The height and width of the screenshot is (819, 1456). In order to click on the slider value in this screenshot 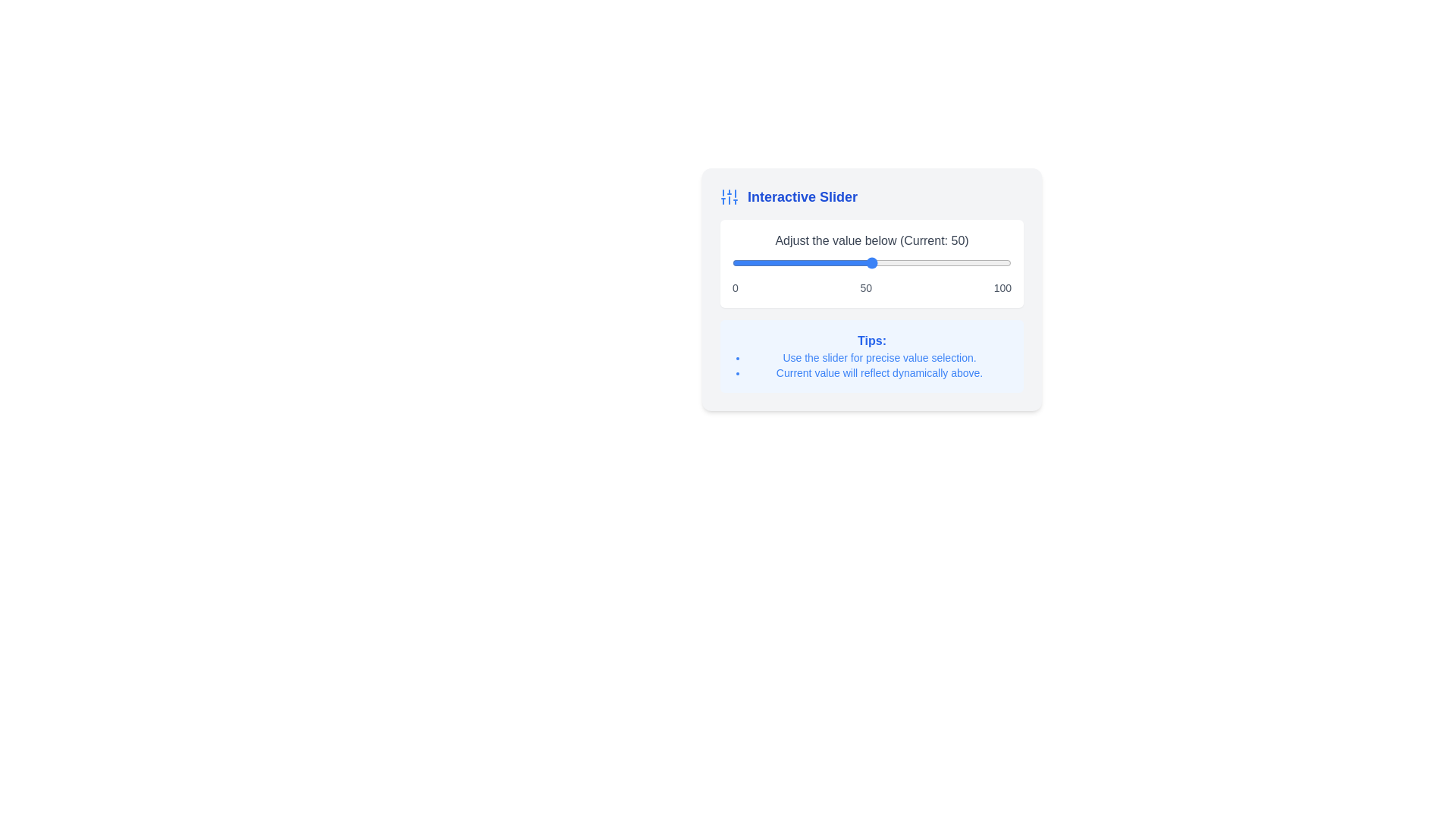, I will do `click(915, 262)`.